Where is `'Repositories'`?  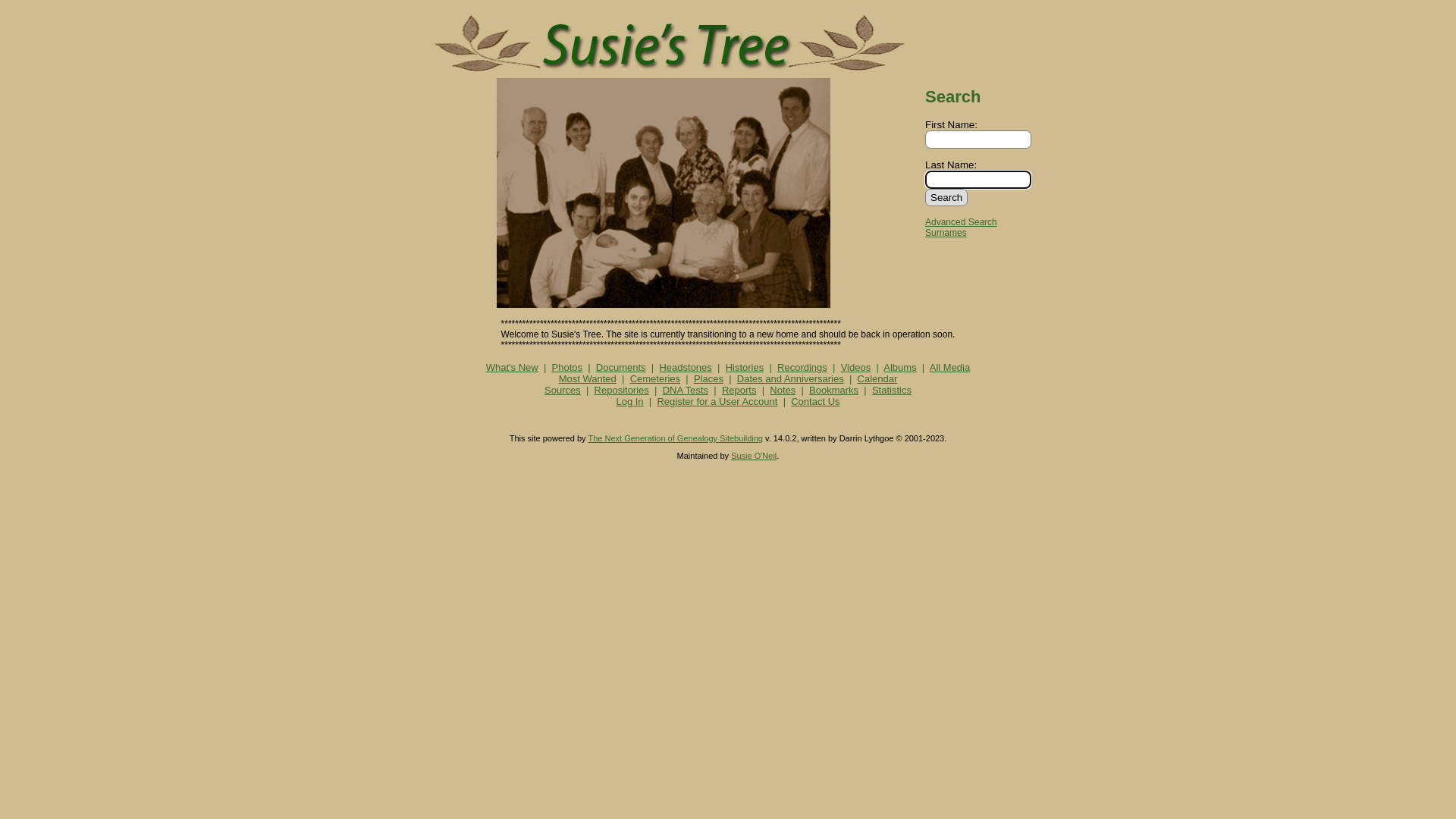 'Repositories' is located at coordinates (593, 389).